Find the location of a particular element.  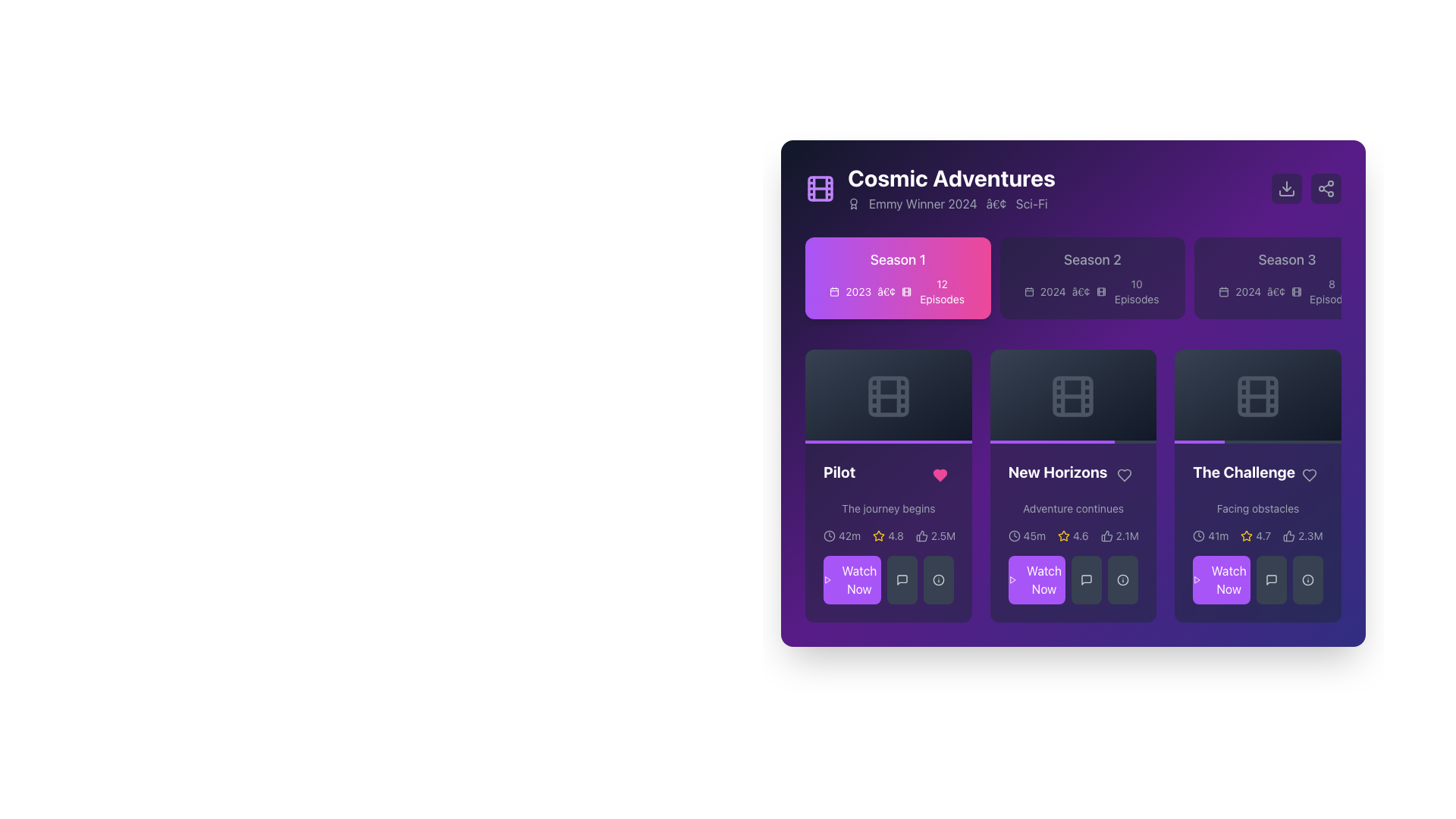

the 'Watch Now' button that contains the triangular play button icon is located at coordinates (827, 579).